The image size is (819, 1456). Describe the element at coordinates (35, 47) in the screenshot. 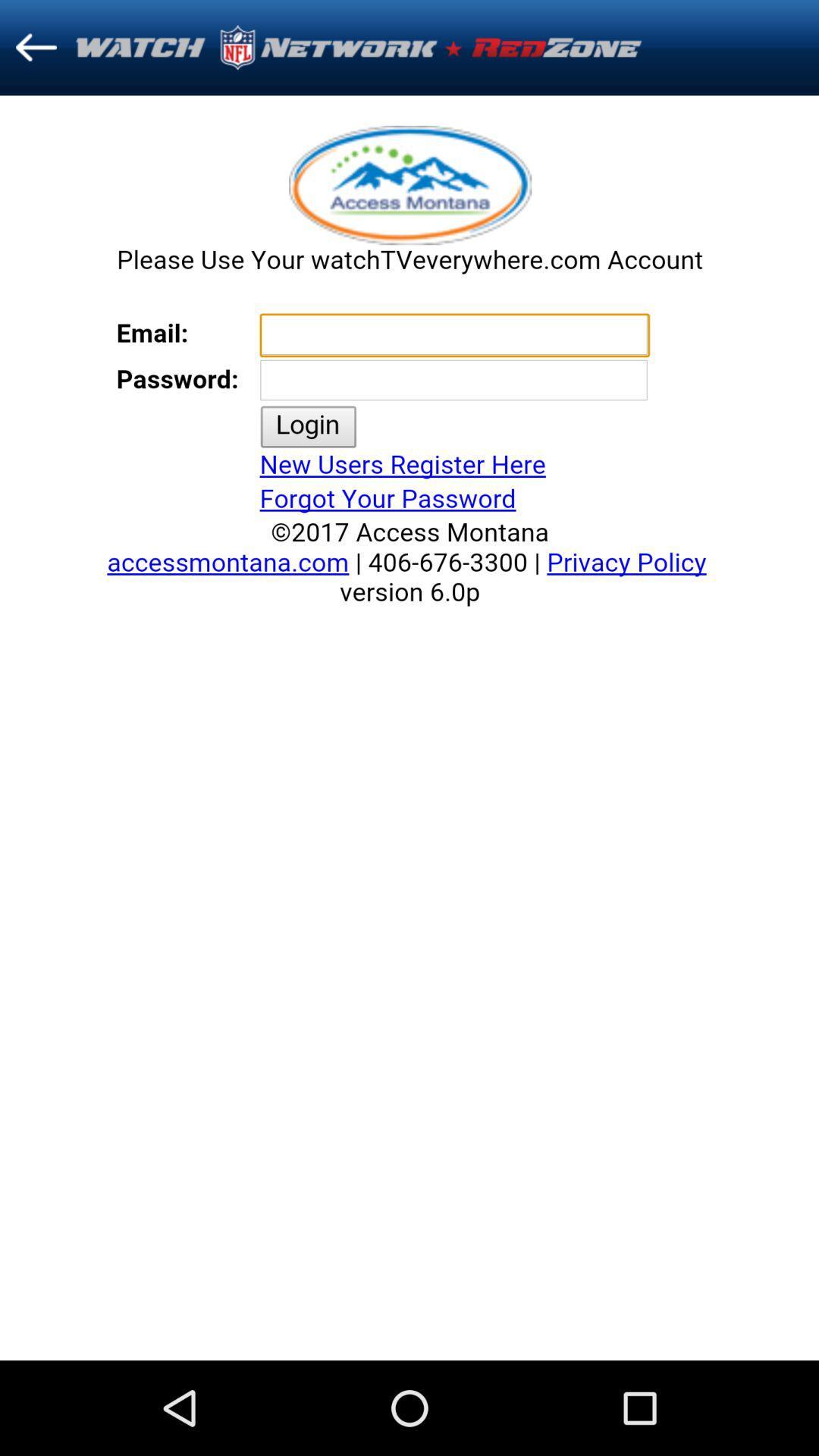

I see `the arrow_backward icon` at that location.